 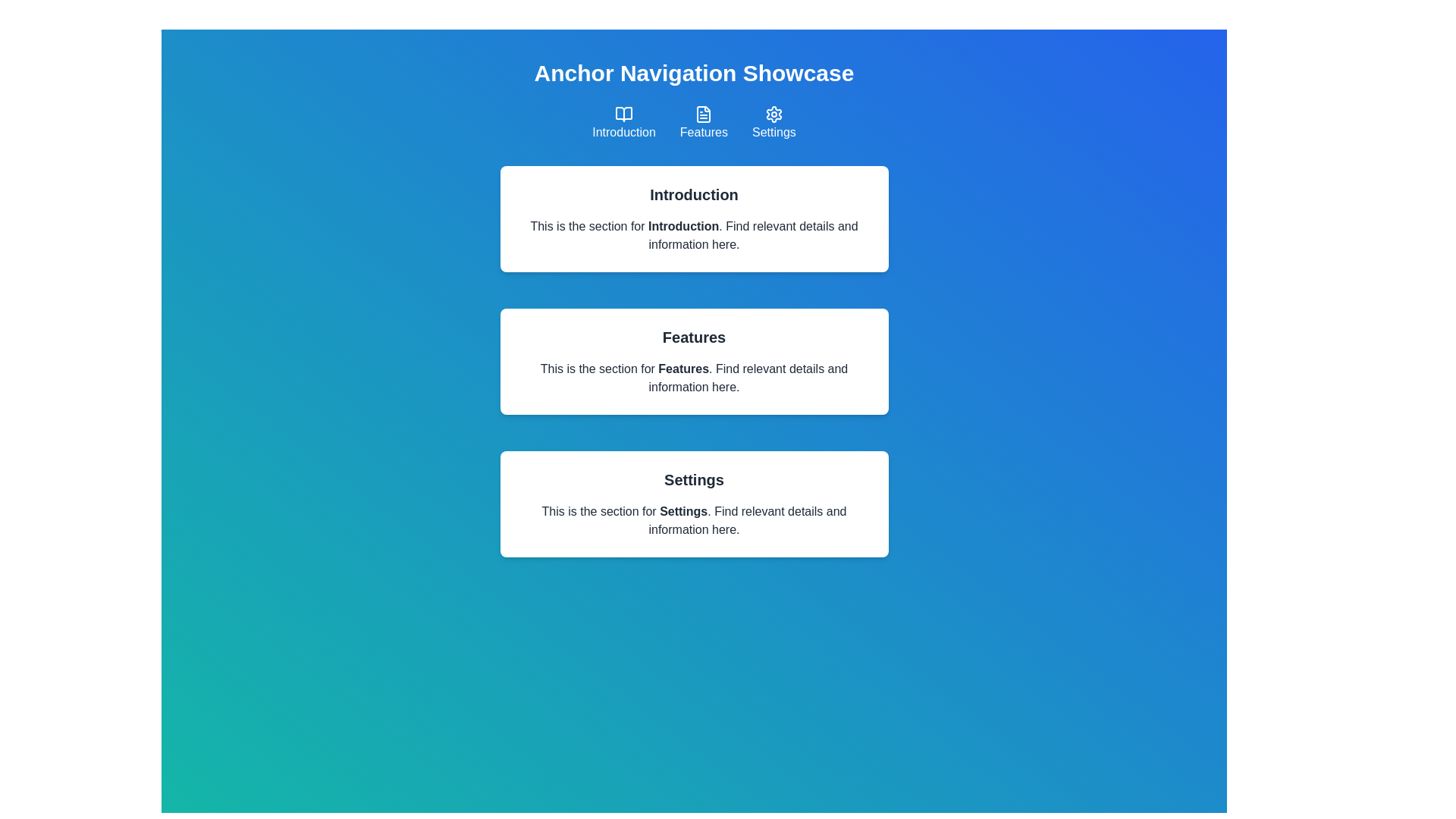 I want to click on the static text element that reads 'This is the section for Settings. Find relevant details and information here.' located within the third card section titled 'Settings', so click(x=693, y=519).